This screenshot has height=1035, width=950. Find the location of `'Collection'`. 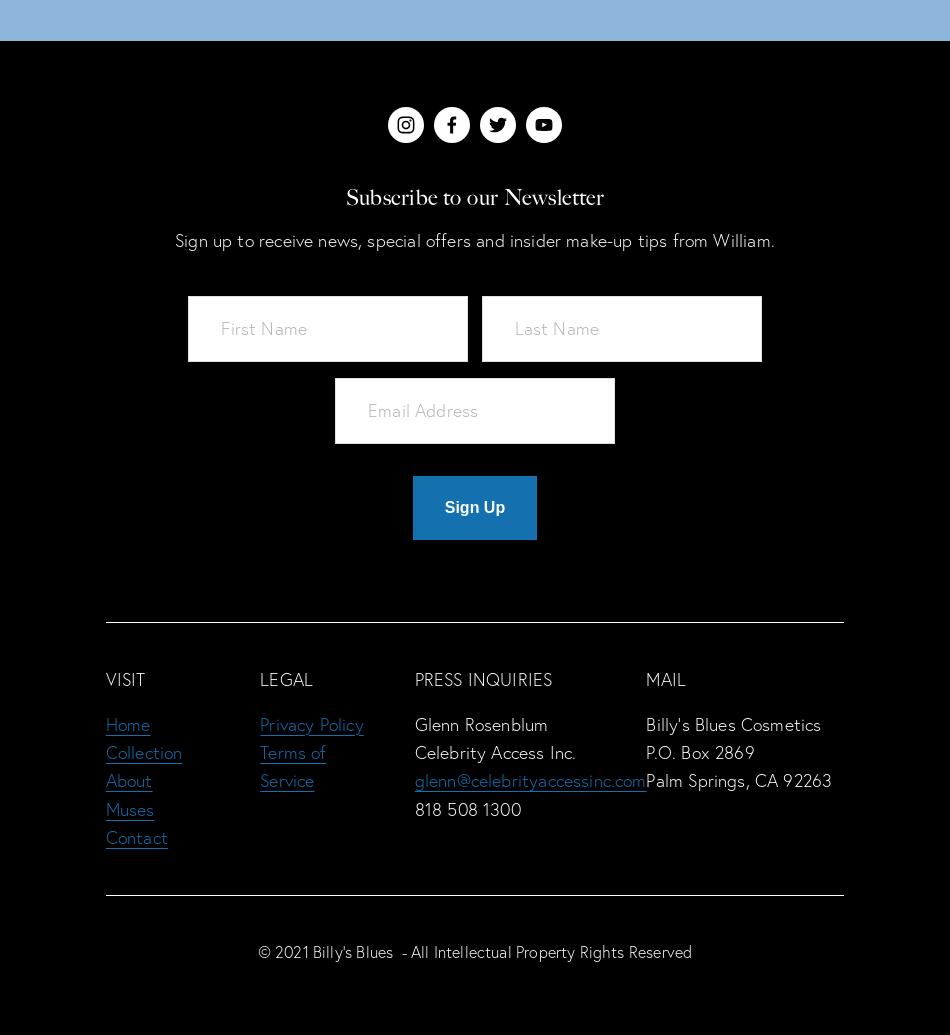

'Collection' is located at coordinates (104, 750).